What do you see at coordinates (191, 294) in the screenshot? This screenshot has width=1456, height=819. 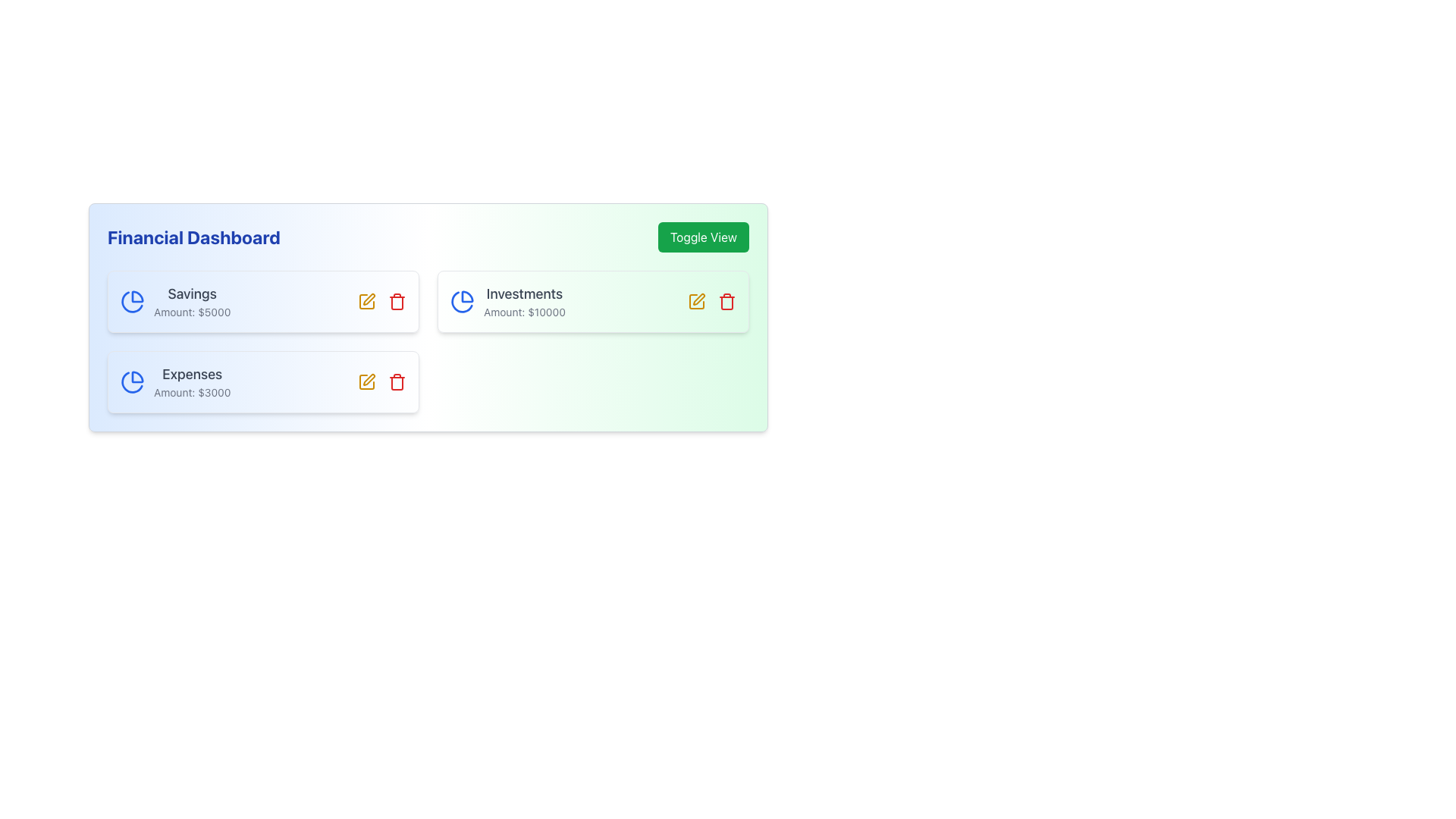 I see `the label indicating the savings category, which is positioned to the right of a blue clock-like icon and above the text 'Amount: $5000'` at bounding box center [191, 294].